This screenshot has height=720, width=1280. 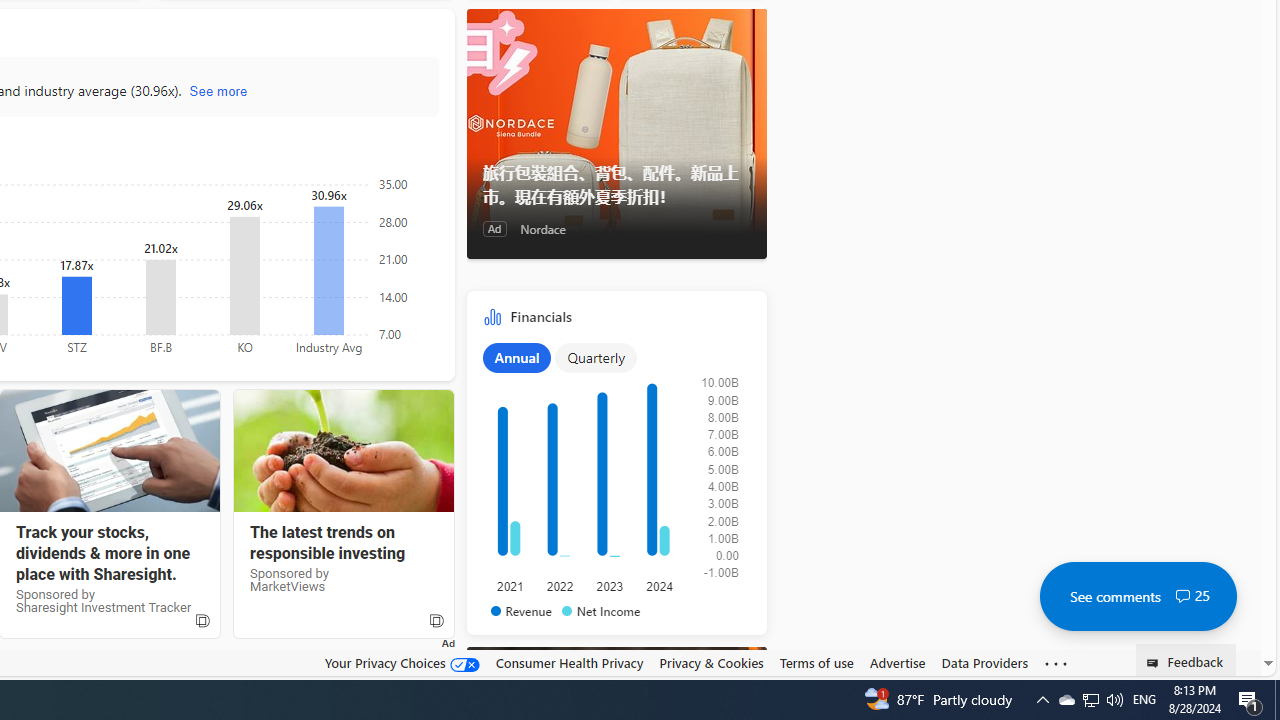 What do you see at coordinates (400, 662) in the screenshot?
I see `'Your Privacy Choices'` at bounding box center [400, 662].